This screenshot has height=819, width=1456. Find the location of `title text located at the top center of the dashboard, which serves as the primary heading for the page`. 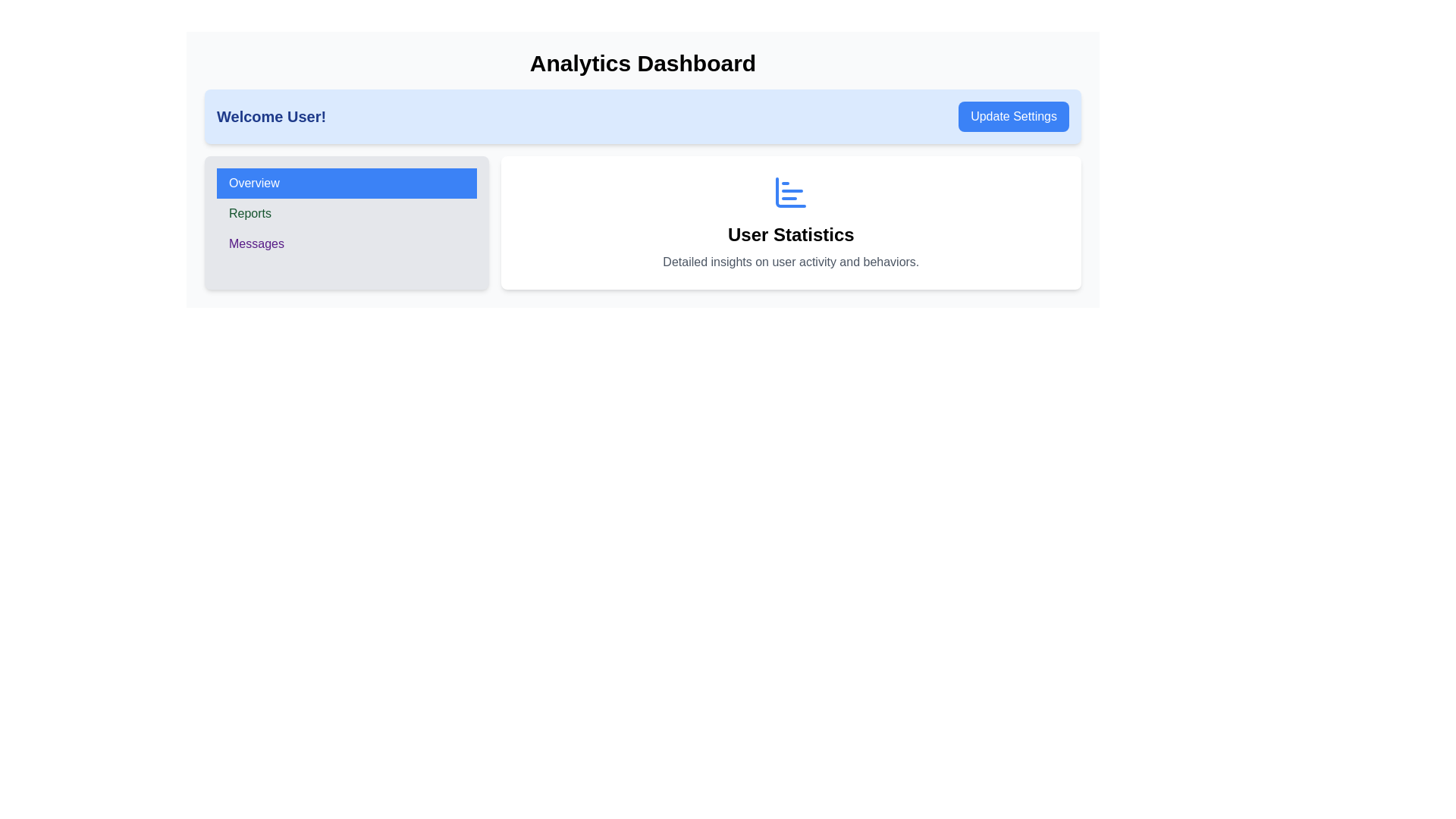

title text located at the top center of the dashboard, which serves as the primary heading for the page is located at coordinates (643, 63).